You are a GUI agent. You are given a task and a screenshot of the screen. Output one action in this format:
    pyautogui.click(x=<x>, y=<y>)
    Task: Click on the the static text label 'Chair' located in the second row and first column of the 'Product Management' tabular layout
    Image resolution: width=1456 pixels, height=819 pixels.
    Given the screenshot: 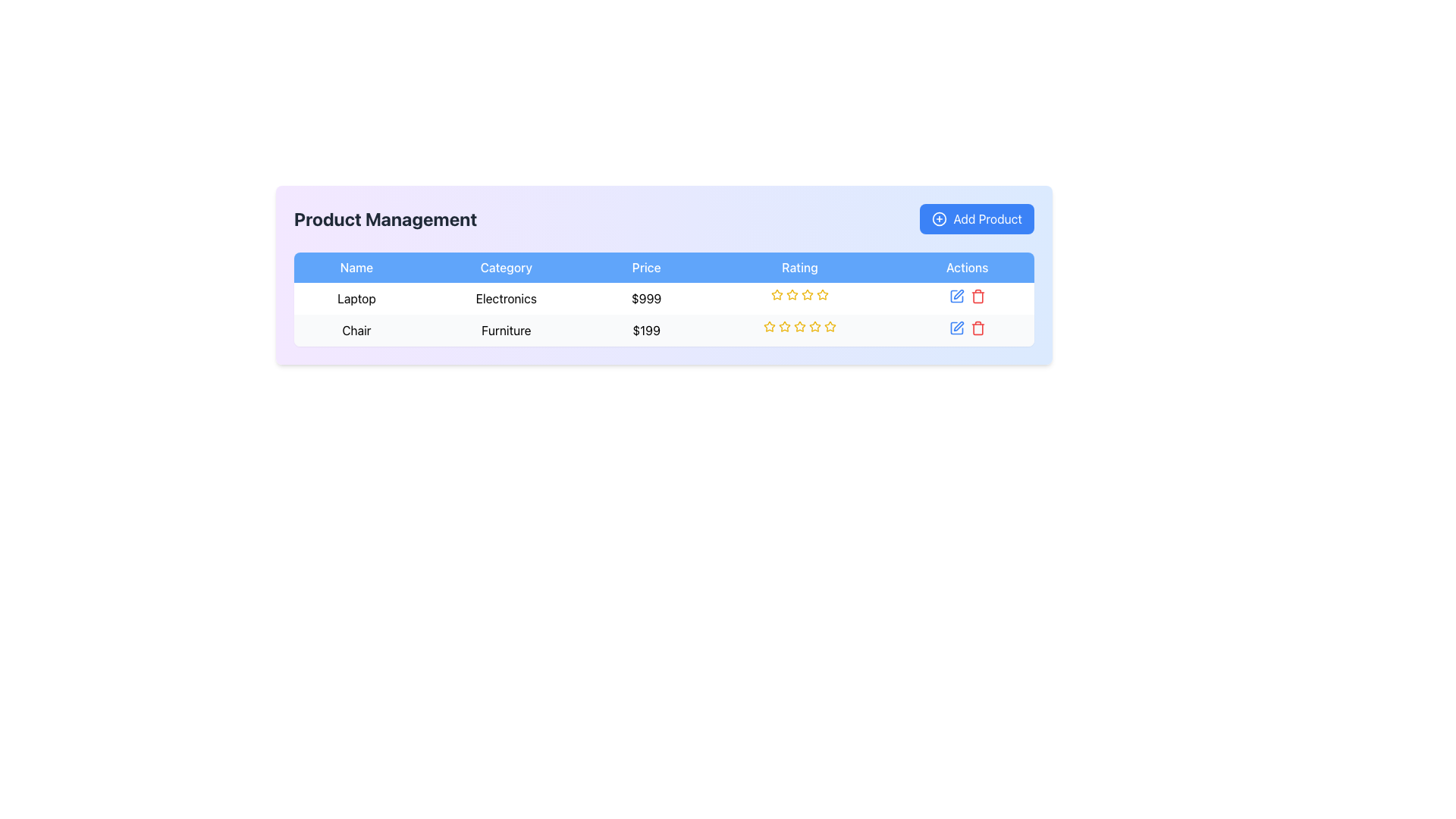 What is the action you would take?
    pyautogui.click(x=356, y=329)
    